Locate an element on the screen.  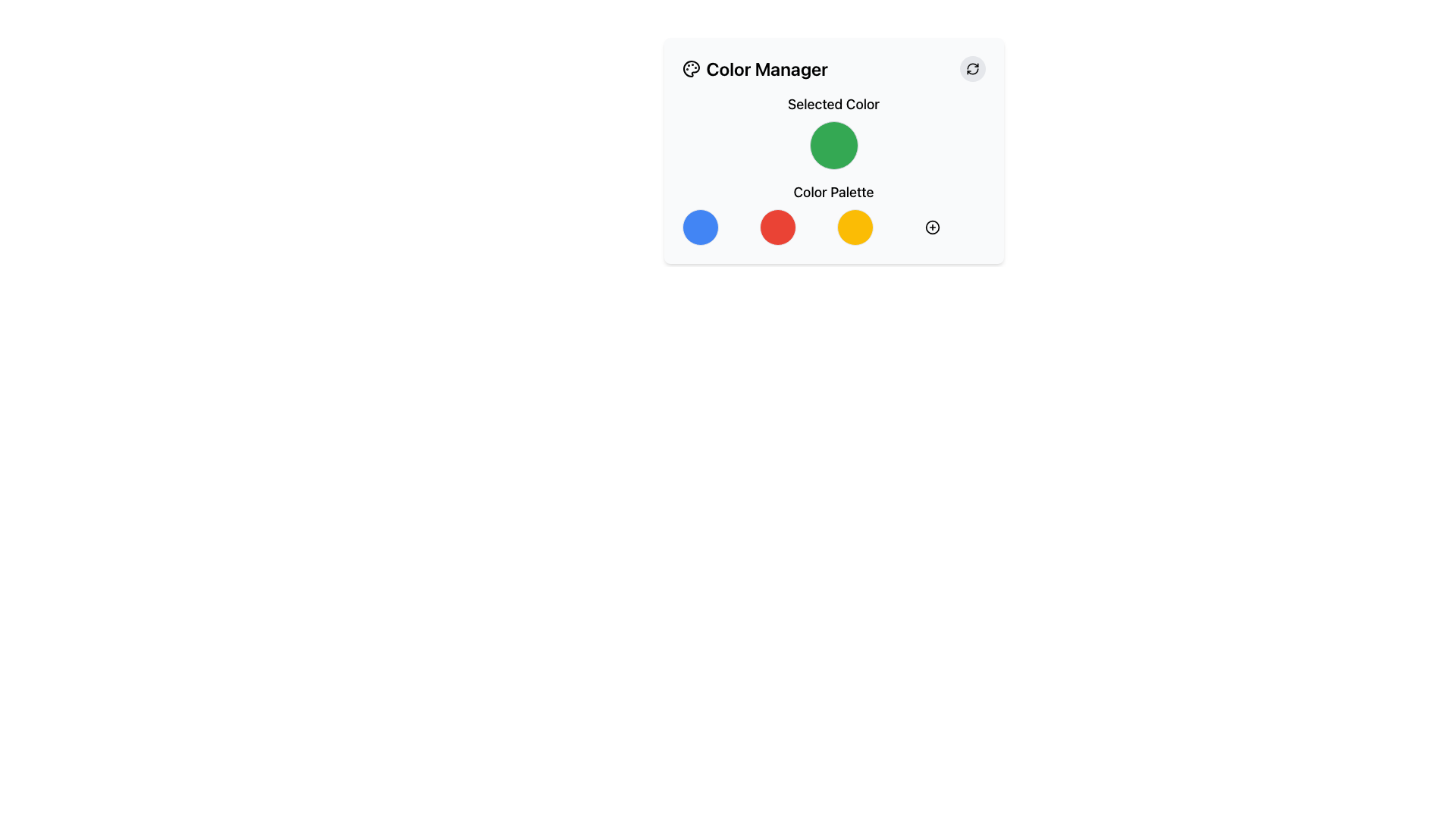
the refresh icon button located in the upper-right corner of the 'Color Manager' card is located at coordinates (972, 69).